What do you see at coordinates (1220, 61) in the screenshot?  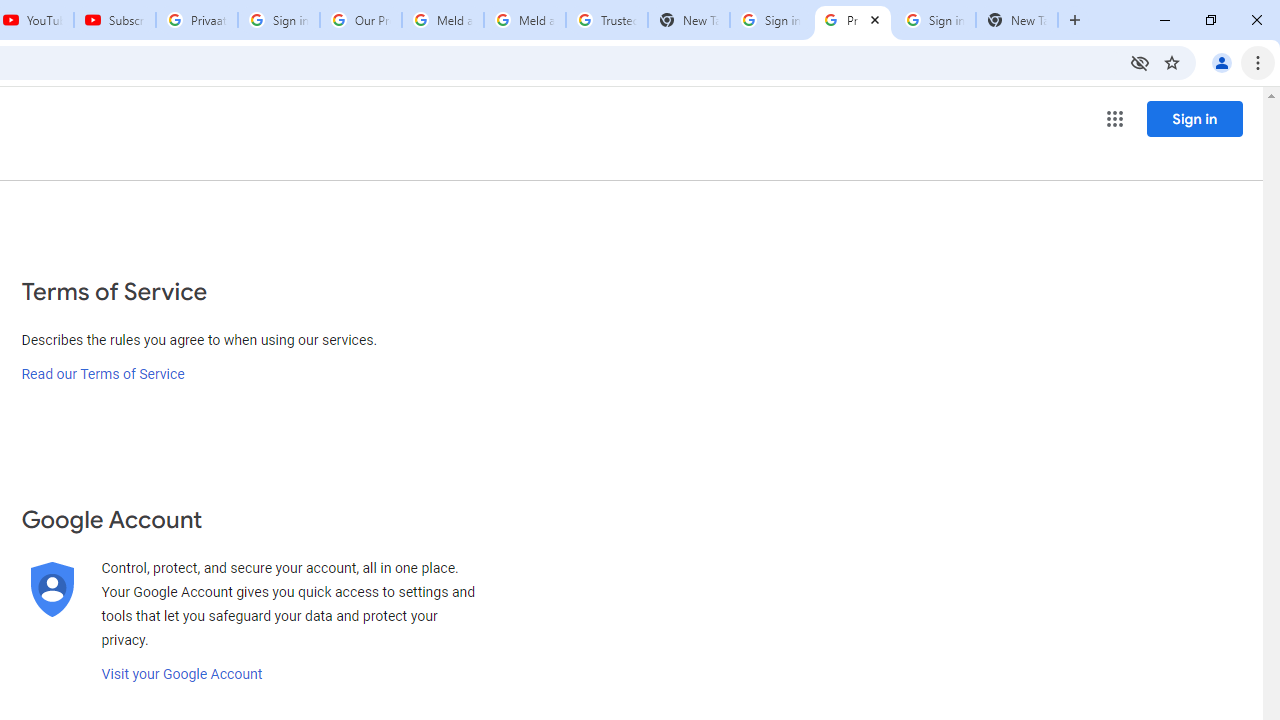 I see `'You'` at bounding box center [1220, 61].